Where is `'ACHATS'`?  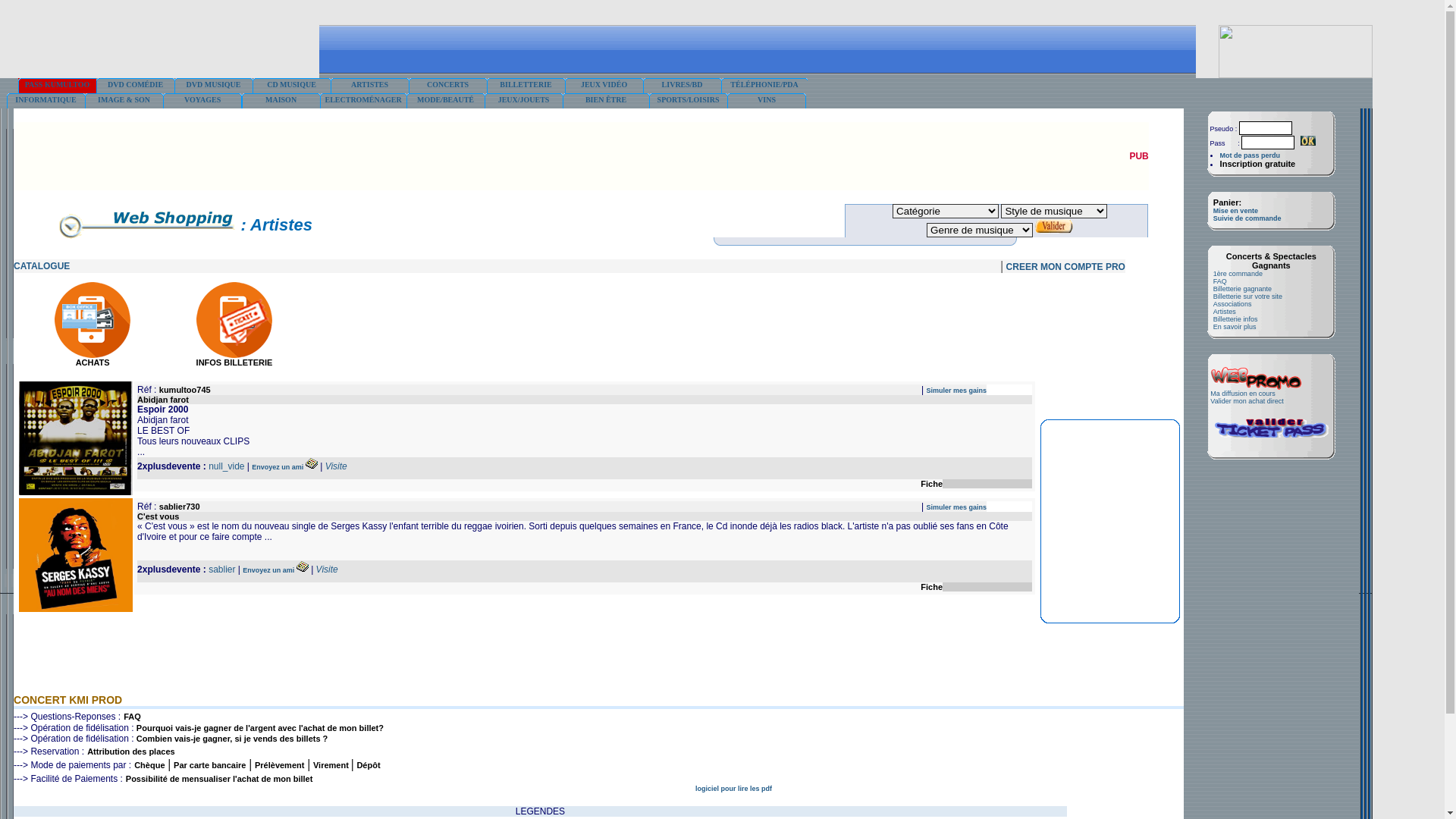 'ACHATS' is located at coordinates (91, 359).